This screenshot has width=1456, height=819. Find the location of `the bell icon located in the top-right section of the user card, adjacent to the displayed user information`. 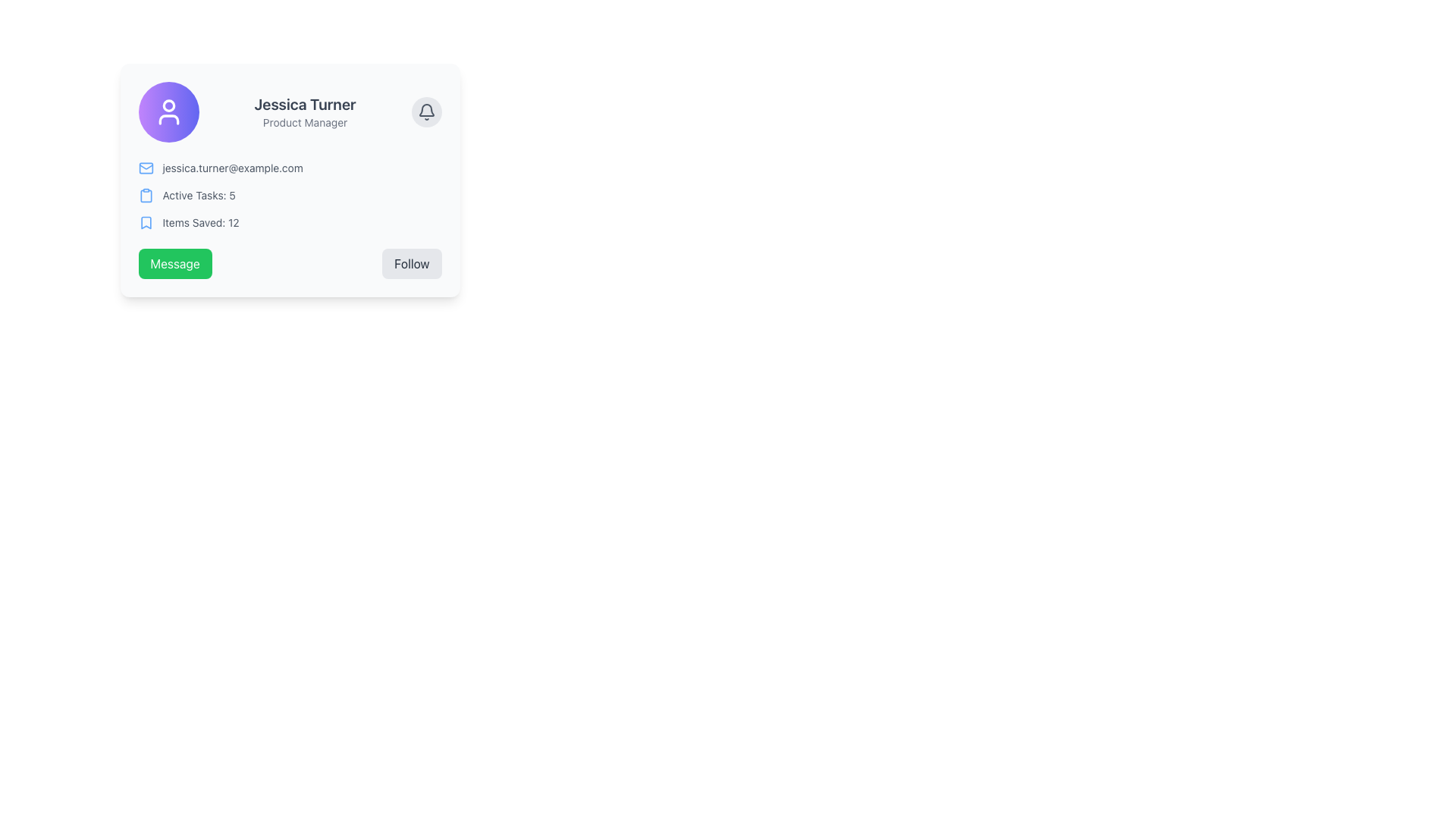

the bell icon located in the top-right section of the user card, adjacent to the displayed user information is located at coordinates (425, 109).